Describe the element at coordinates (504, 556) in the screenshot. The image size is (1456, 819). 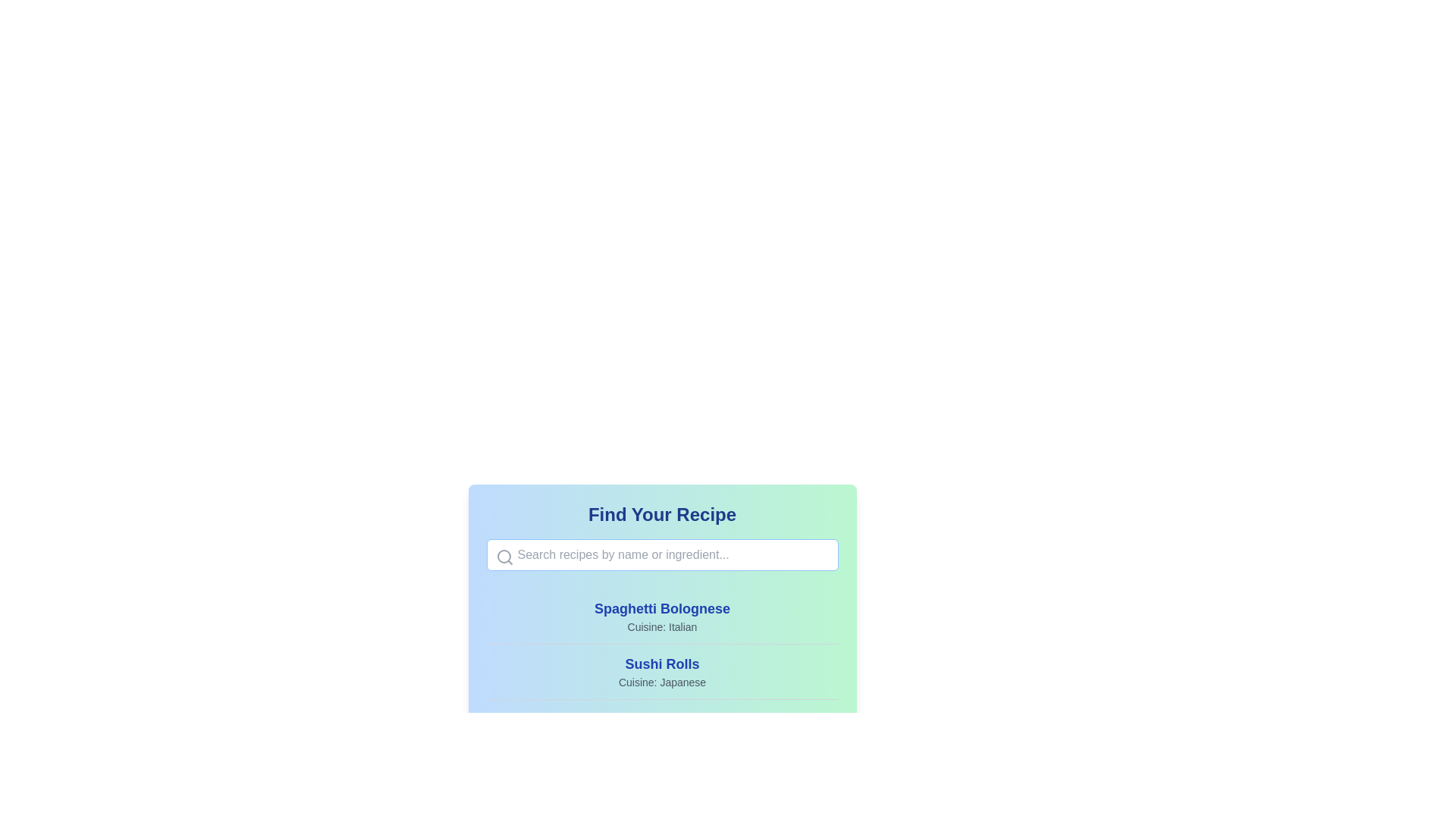
I see `the visual representation of the circular decorative element within the search icon located at the top left corner of the search bar` at that location.